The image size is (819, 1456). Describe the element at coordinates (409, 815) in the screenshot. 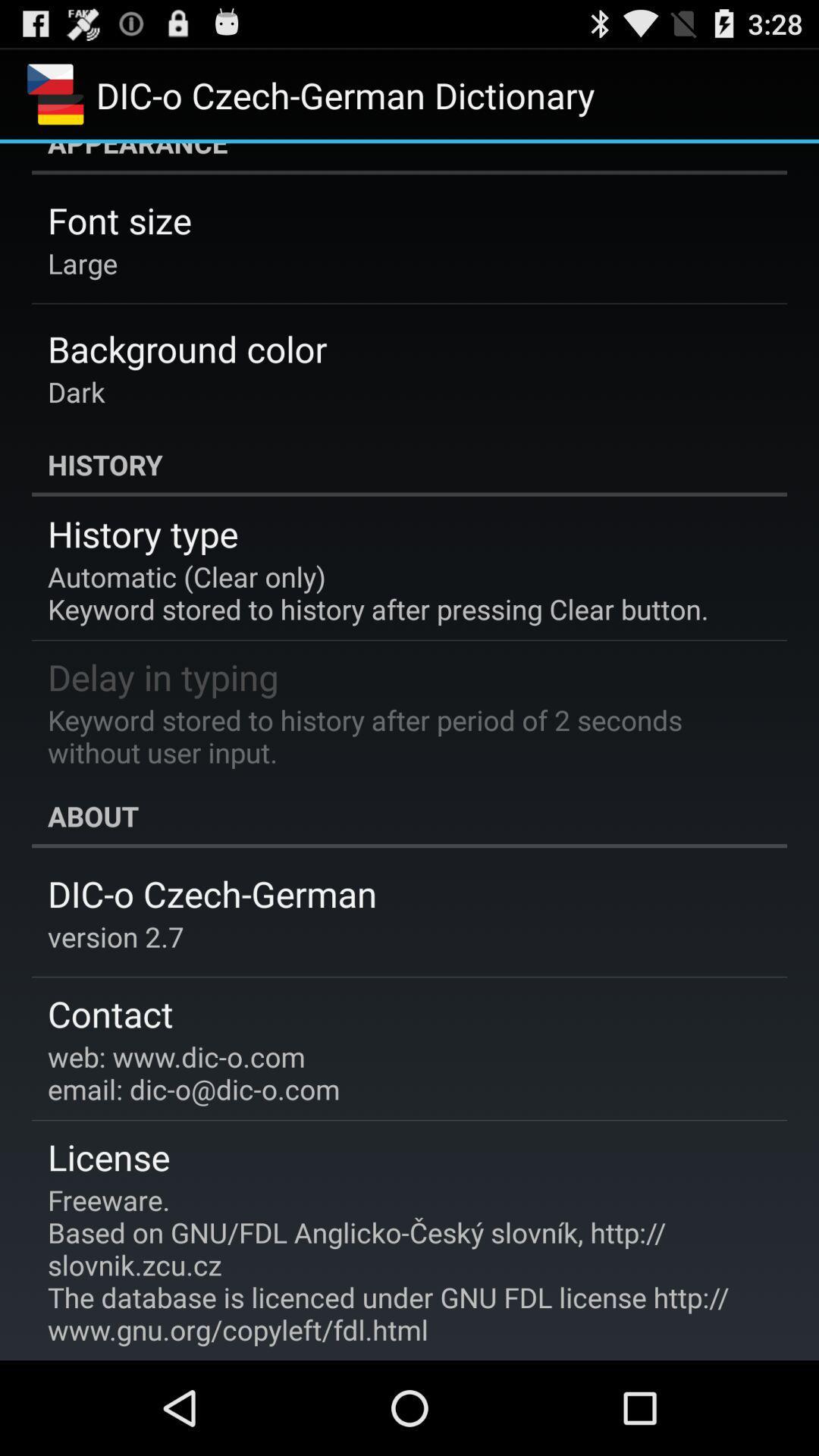

I see `the about` at that location.